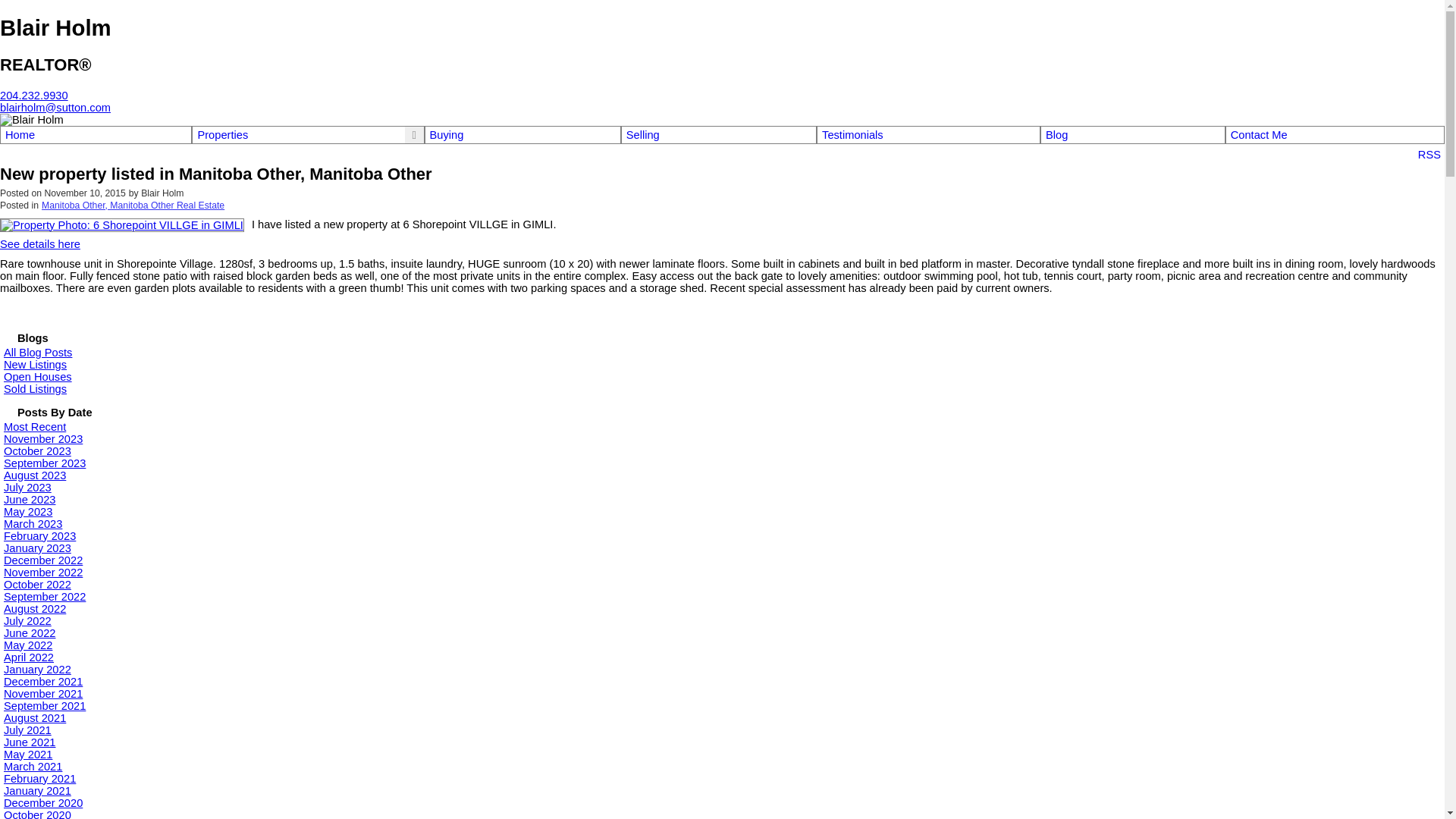 Image resolution: width=1456 pixels, height=819 pixels. What do you see at coordinates (35, 717) in the screenshot?
I see `'August 2021'` at bounding box center [35, 717].